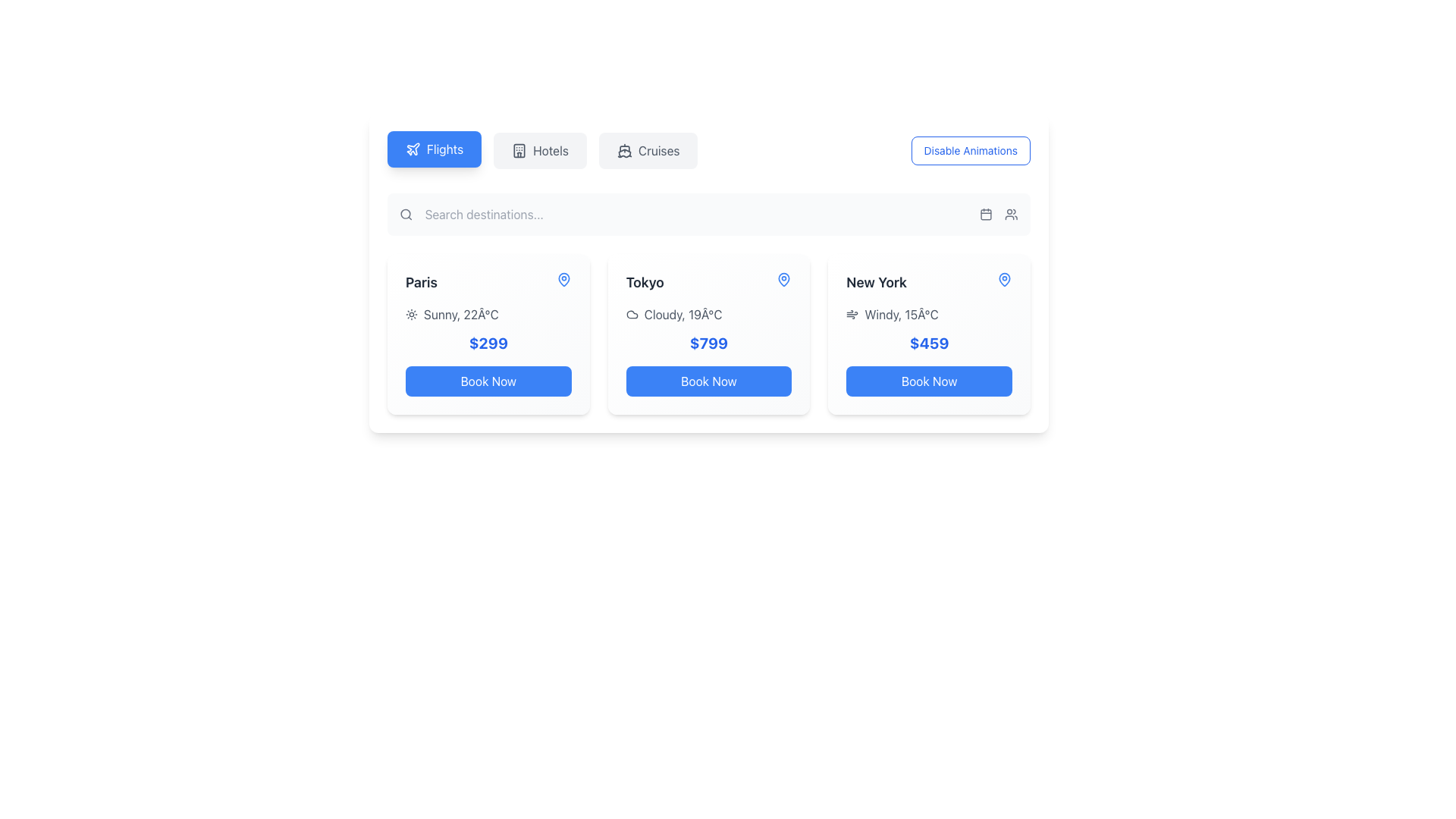 The image size is (1456, 819). Describe the element at coordinates (540, 151) in the screenshot. I see `the 'Hotels' button in the horizontal navigation bar` at that location.